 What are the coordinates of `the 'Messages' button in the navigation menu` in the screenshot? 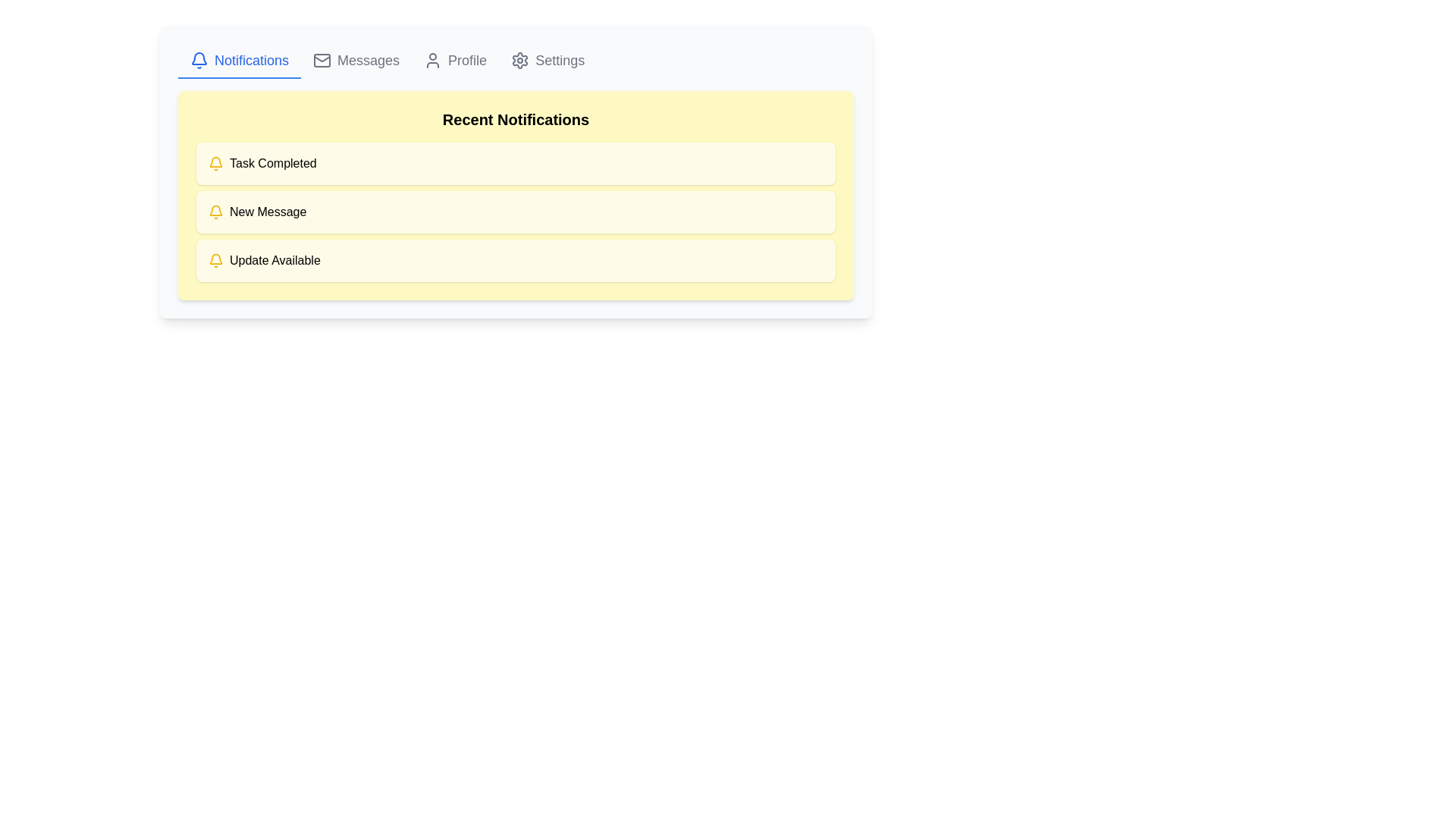 It's located at (356, 61).